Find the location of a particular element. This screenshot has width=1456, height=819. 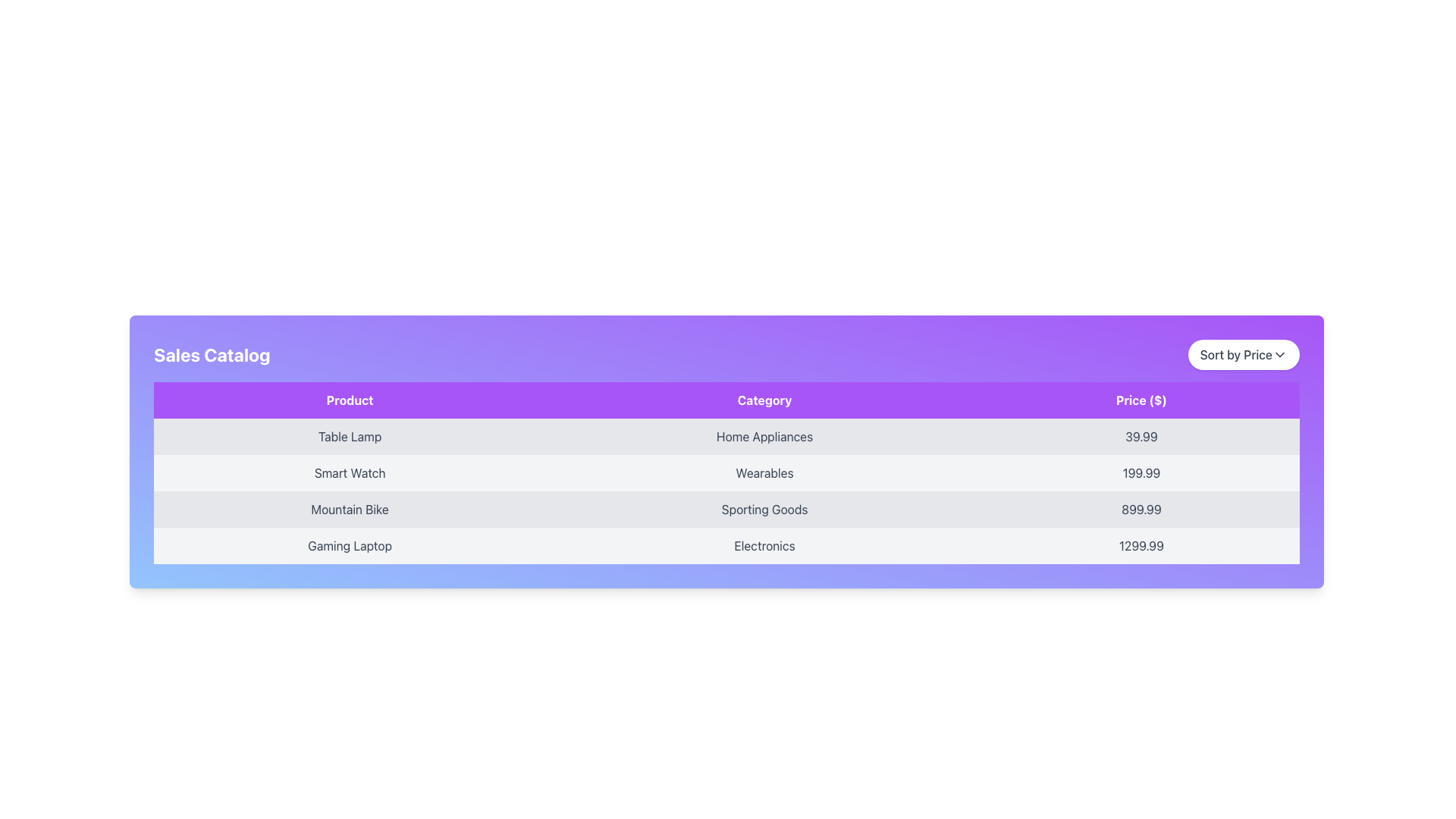

the 'Product' table header cell, which is the leftmost element in the header row of a table, located in the purple header section is located at coordinates (349, 400).